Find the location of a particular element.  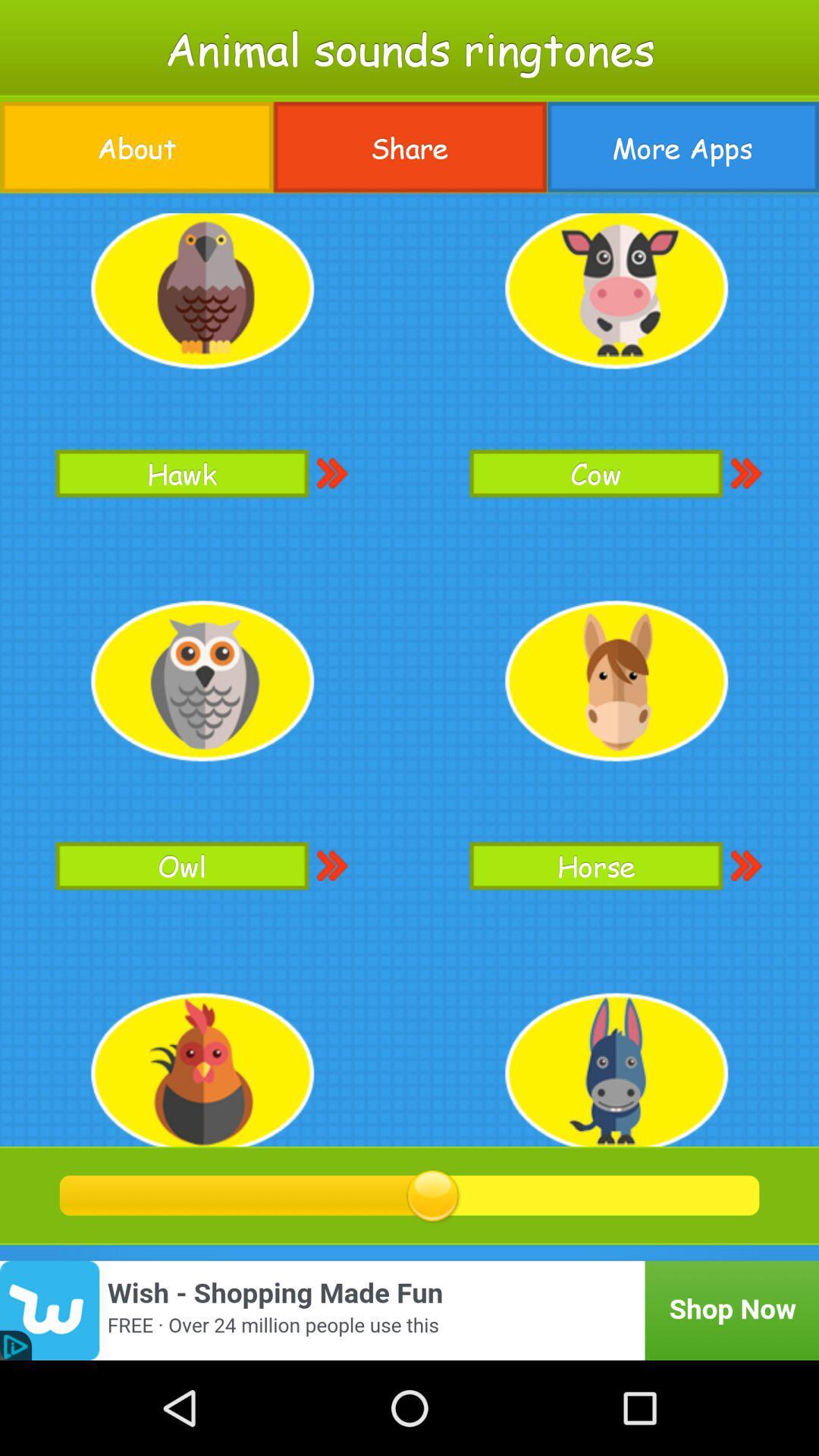

button to the left of the more apps is located at coordinates (409, 147).